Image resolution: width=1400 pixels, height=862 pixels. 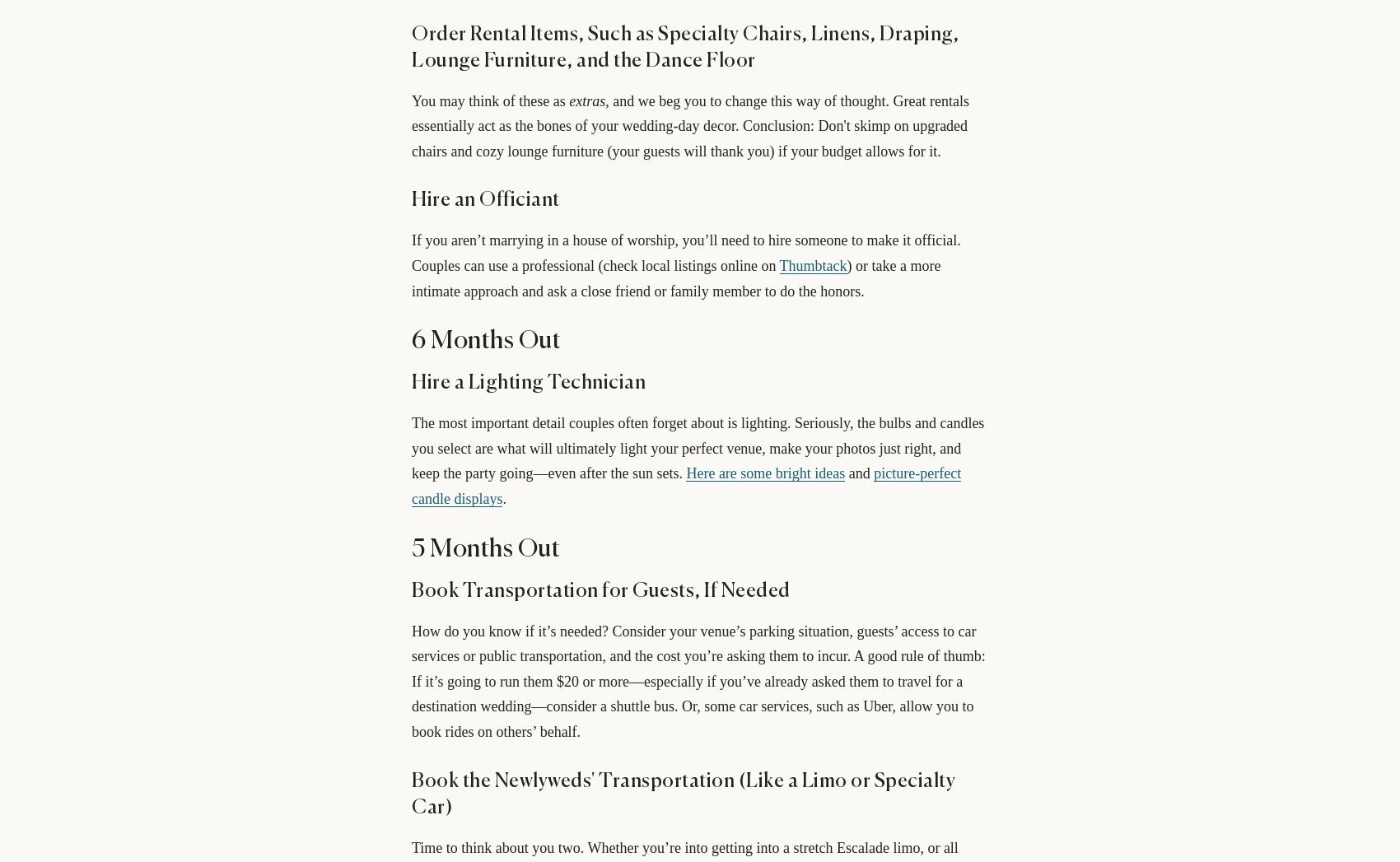 What do you see at coordinates (697, 448) in the screenshot?
I see `'The most important detail couples often forget about is lighting. Seriously, the bulbs and candles you select are what will ultimately light your perfect venue, make your photos just right, and keep the party going—even after the sun sets.'` at bounding box center [697, 448].